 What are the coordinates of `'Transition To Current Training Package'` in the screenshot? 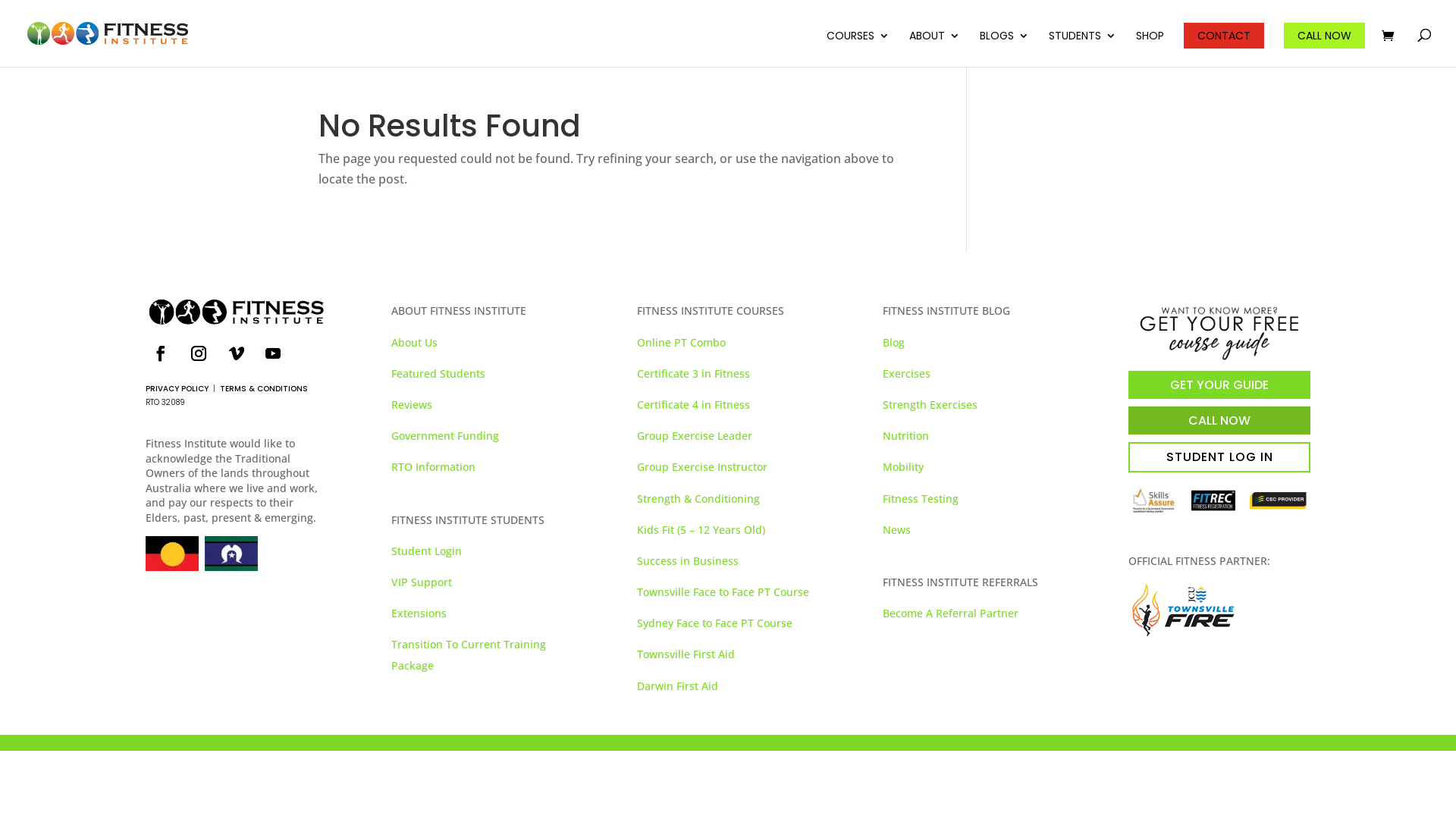 It's located at (468, 654).